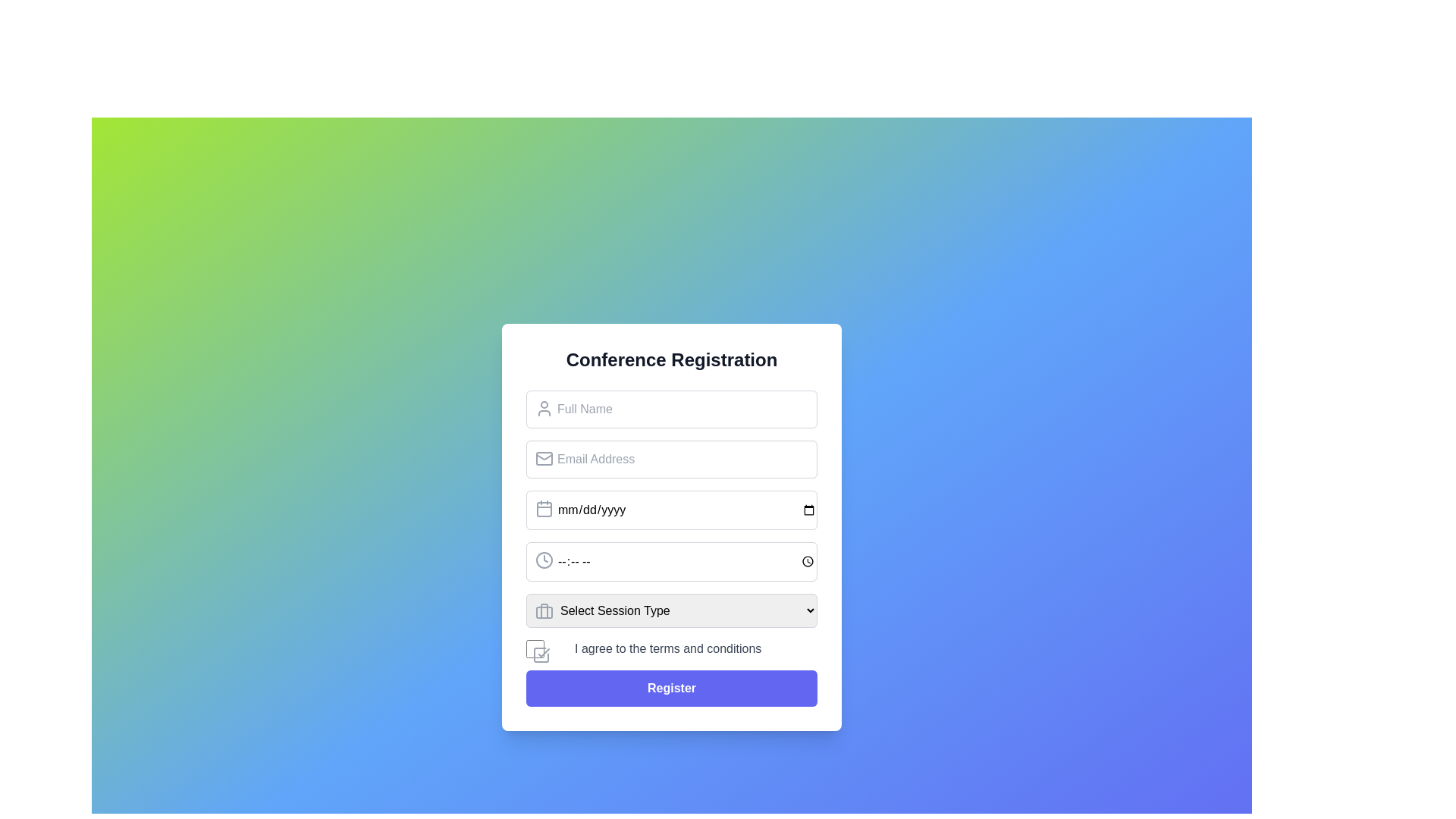 The height and width of the screenshot is (819, 1456). What do you see at coordinates (671, 561) in the screenshot?
I see `the Time input field for tooltip display, which is the fourth interactive element in the vertical form layout, located under the date input field and above the session type dropdown` at bounding box center [671, 561].